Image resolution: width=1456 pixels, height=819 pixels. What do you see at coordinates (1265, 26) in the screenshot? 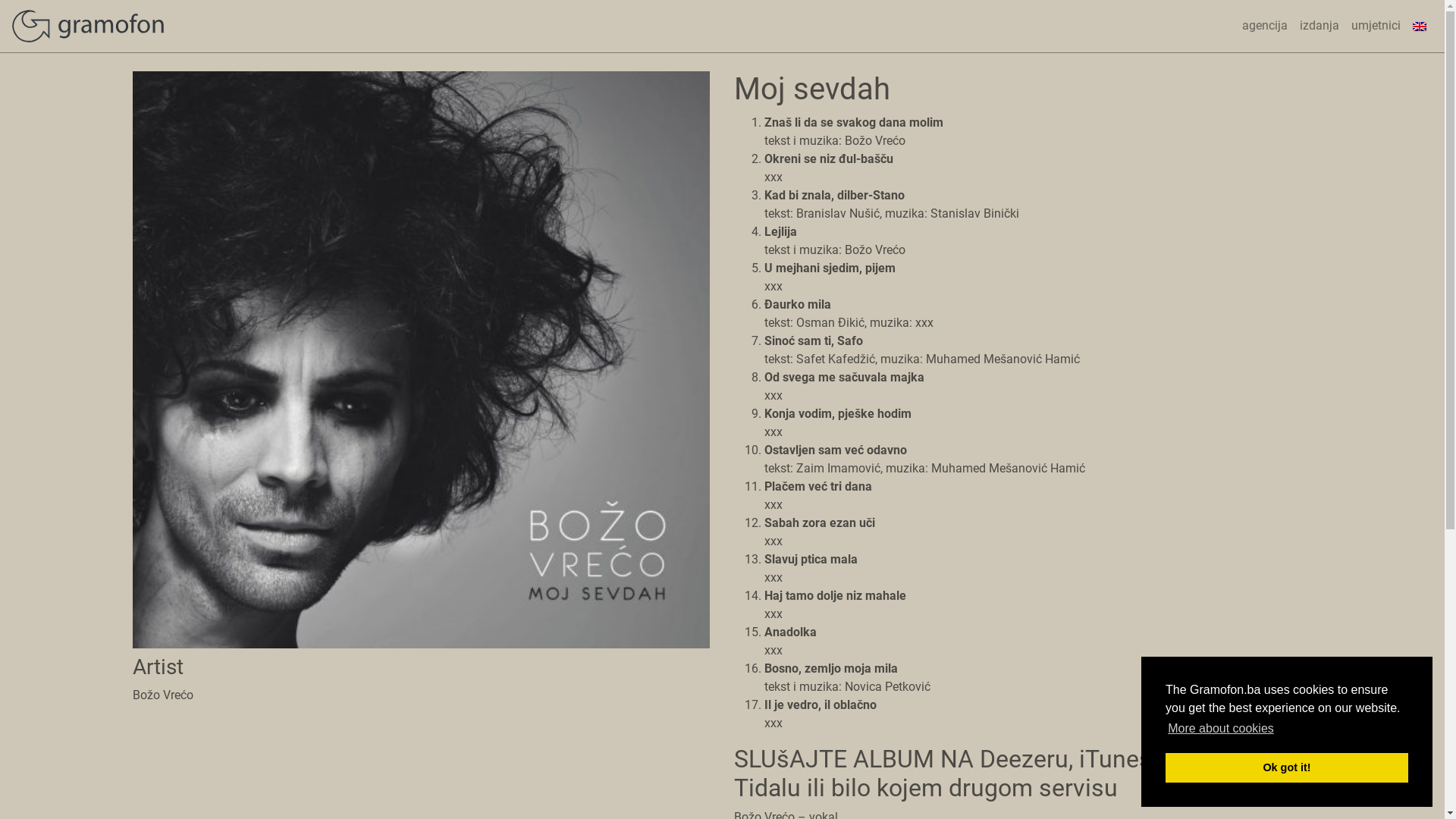
I see `'agencija'` at bounding box center [1265, 26].